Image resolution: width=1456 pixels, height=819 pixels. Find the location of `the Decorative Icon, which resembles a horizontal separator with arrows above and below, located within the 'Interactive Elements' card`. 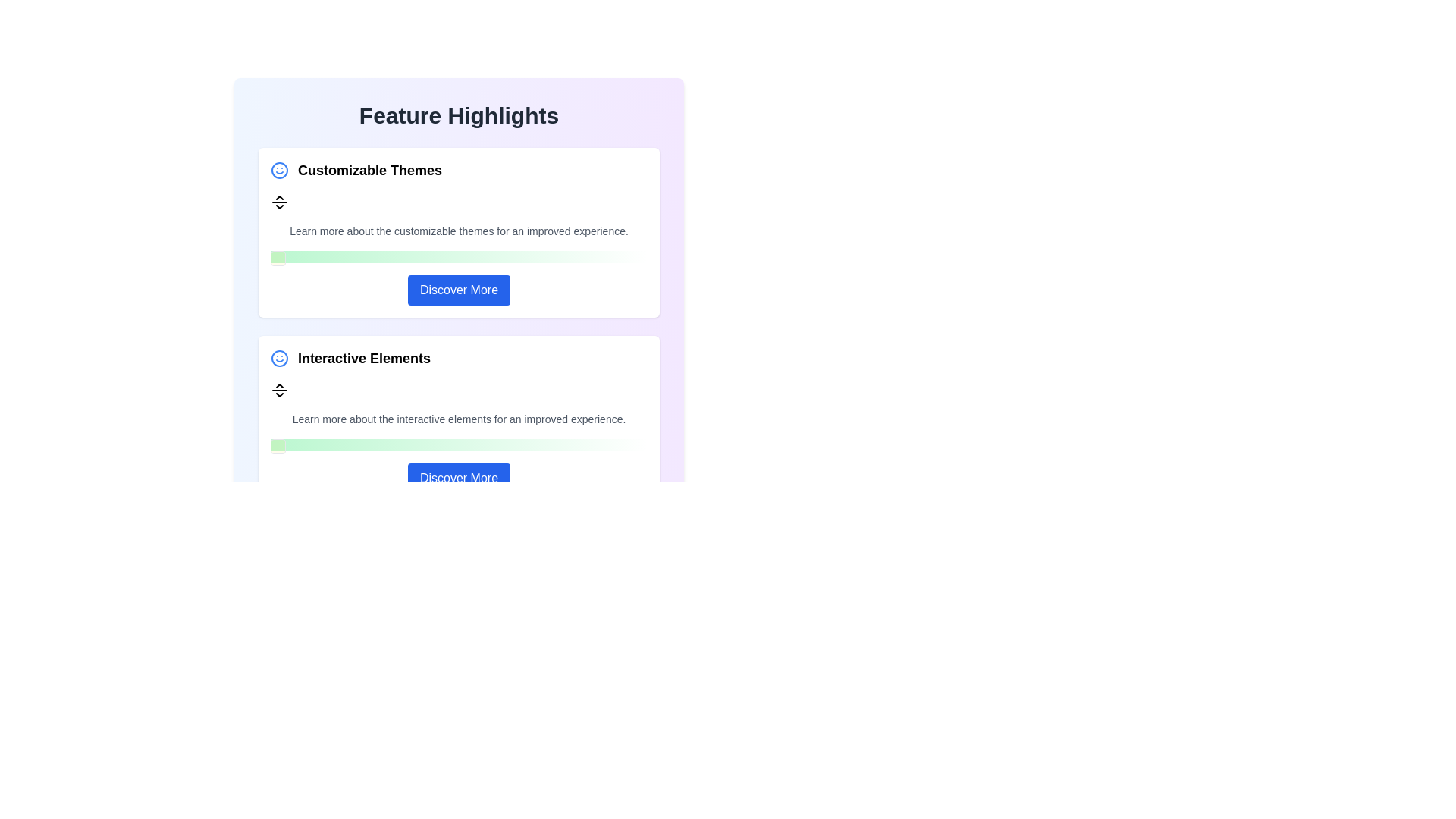

the Decorative Icon, which resembles a horizontal separator with arrows above and below, located within the 'Interactive Elements' card is located at coordinates (280, 390).